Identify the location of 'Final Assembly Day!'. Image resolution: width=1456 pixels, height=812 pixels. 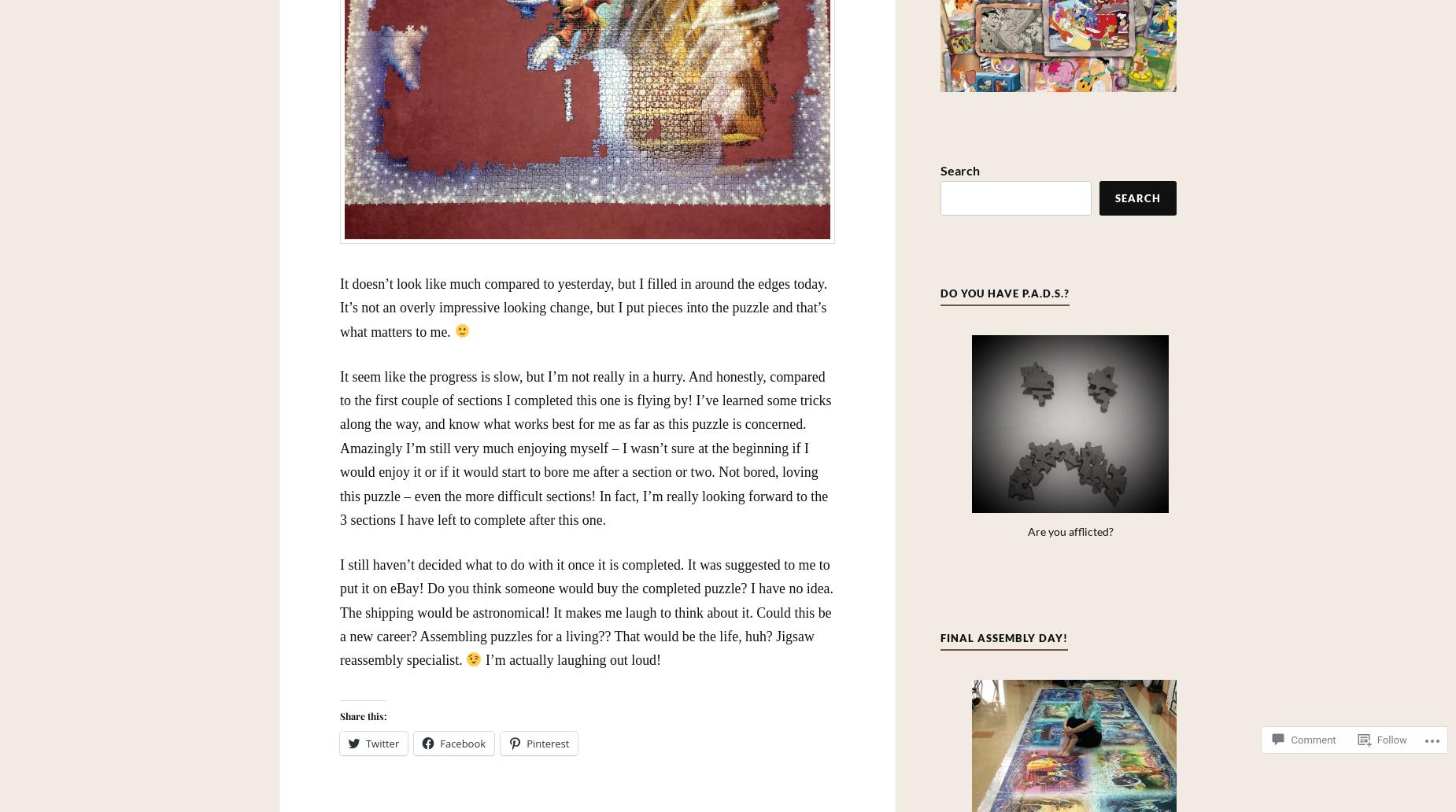
(1003, 638).